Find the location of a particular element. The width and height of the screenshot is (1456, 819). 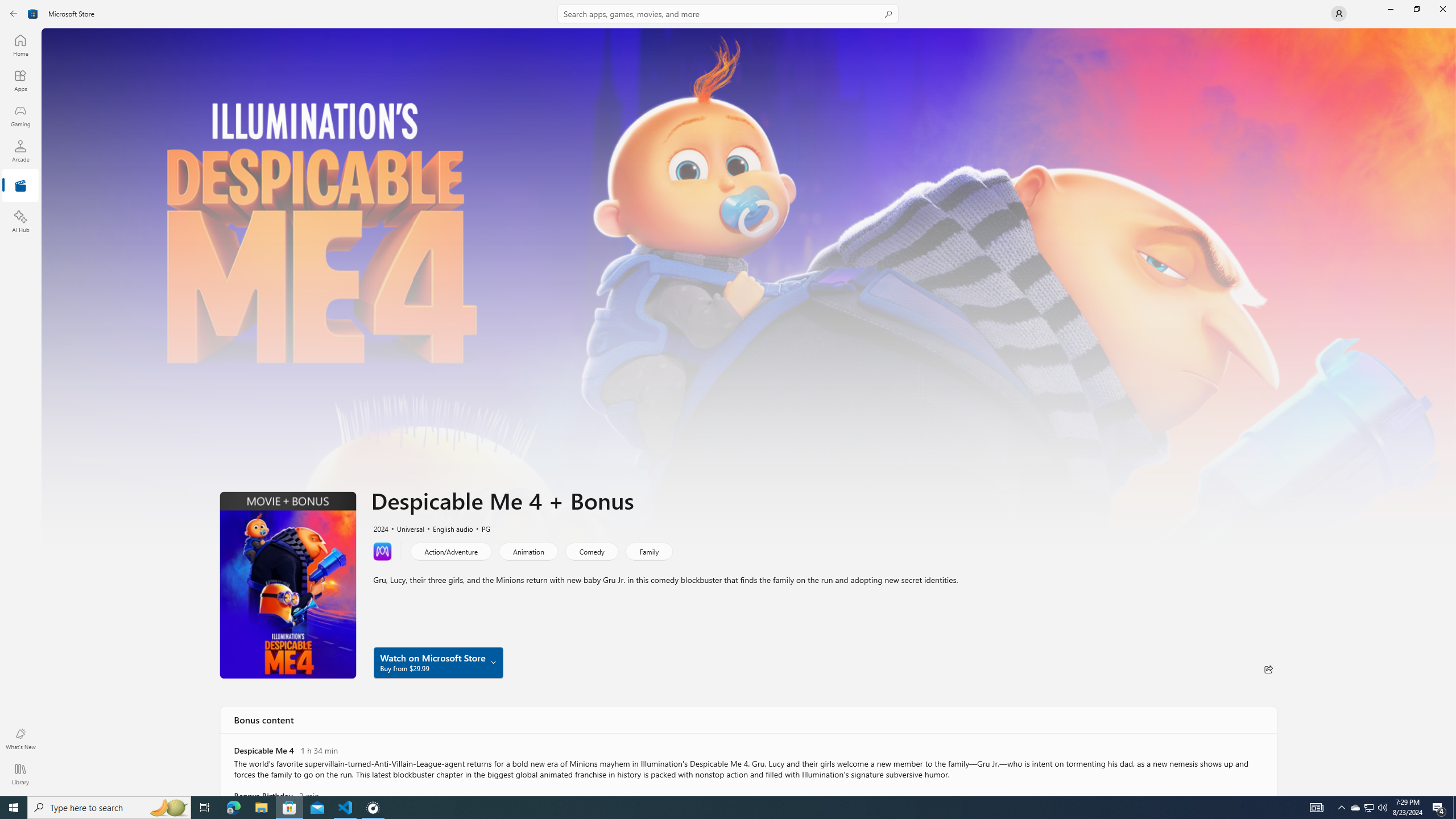

'Search' is located at coordinates (728, 13).